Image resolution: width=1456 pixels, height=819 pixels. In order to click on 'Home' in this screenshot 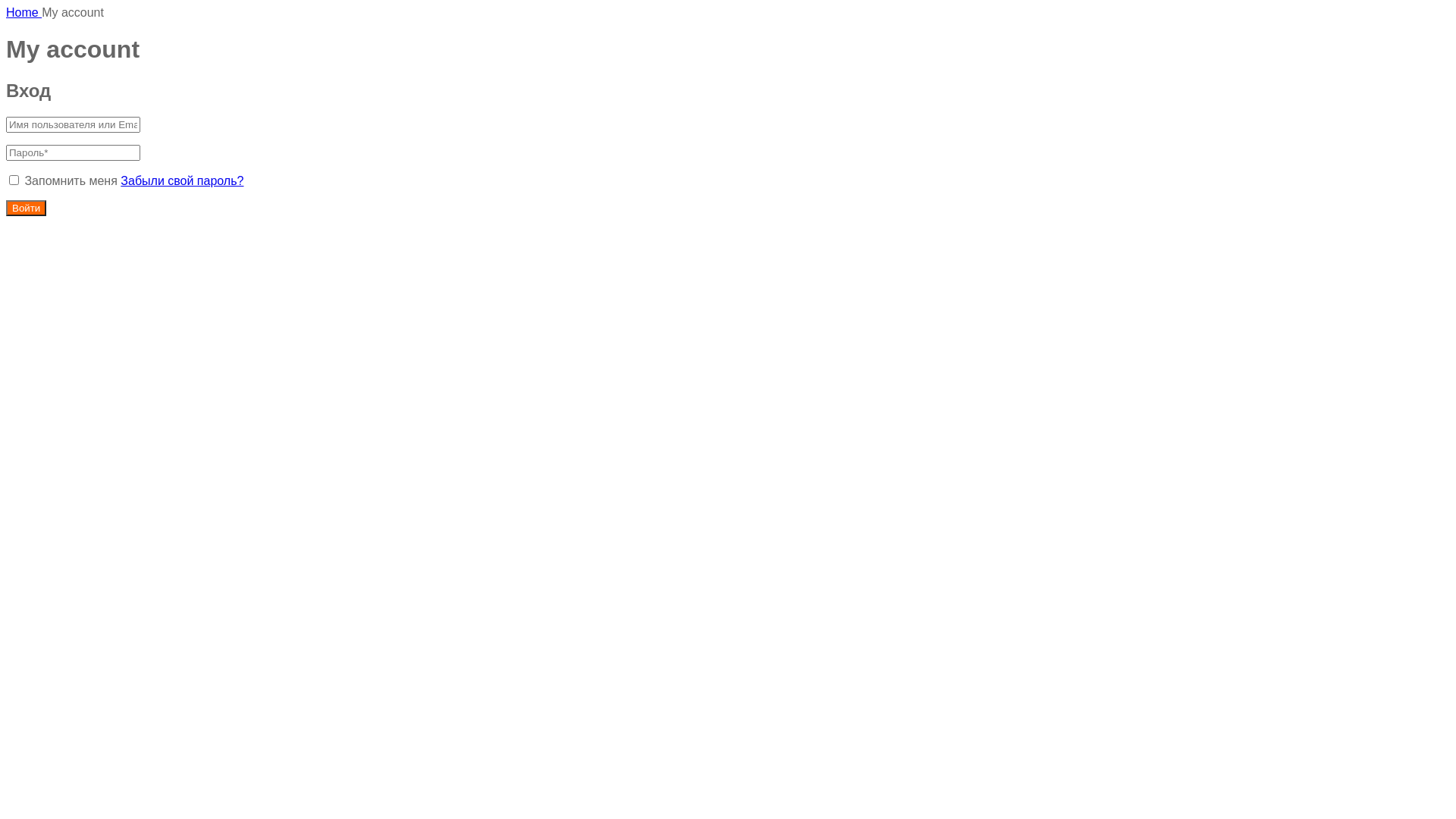, I will do `click(24, 12)`.